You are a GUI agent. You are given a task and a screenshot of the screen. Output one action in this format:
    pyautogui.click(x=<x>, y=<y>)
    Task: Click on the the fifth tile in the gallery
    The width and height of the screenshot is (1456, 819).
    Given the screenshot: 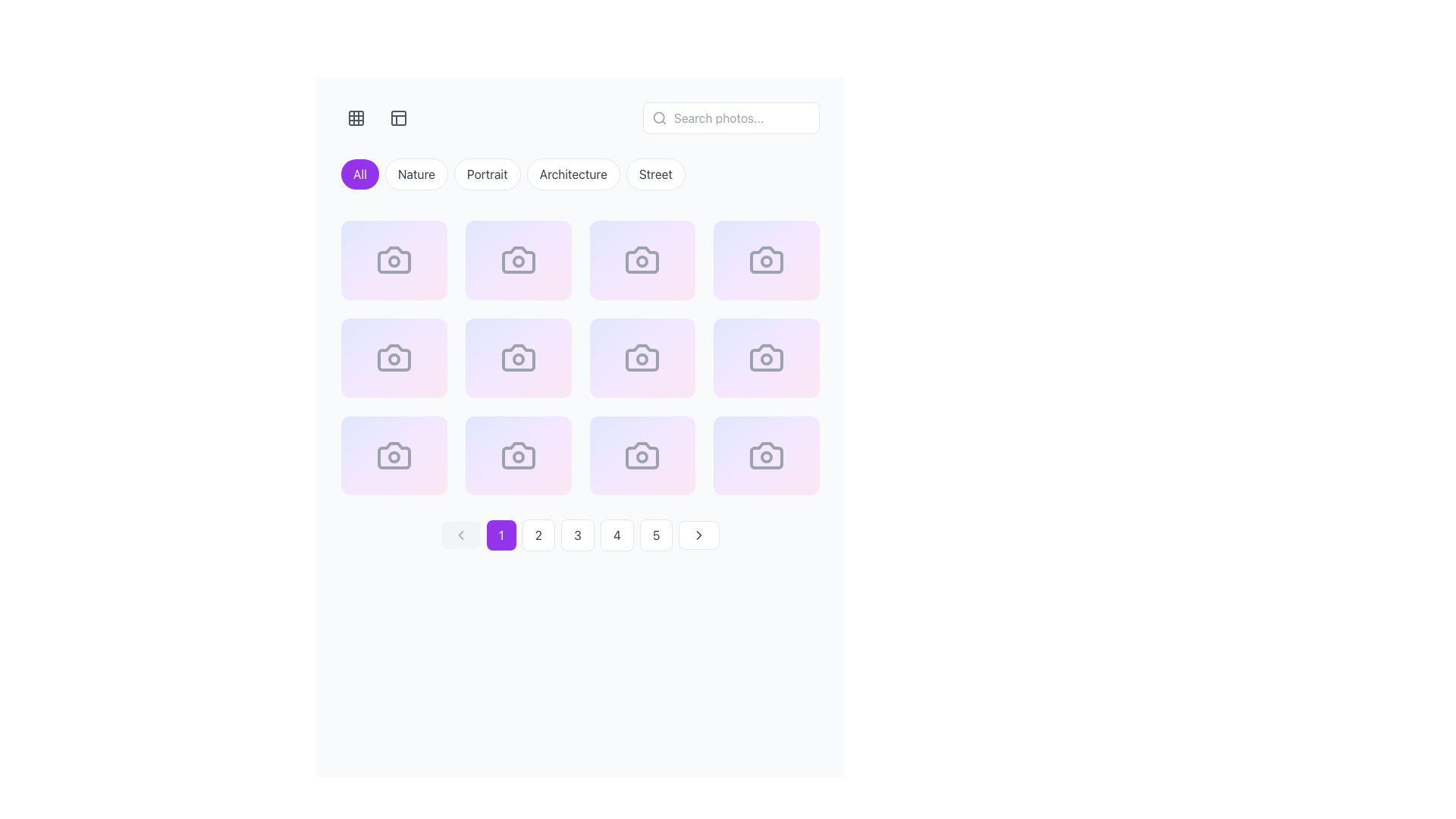 What is the action you would take?
    pyautogui.click(x=394, y=358)
    